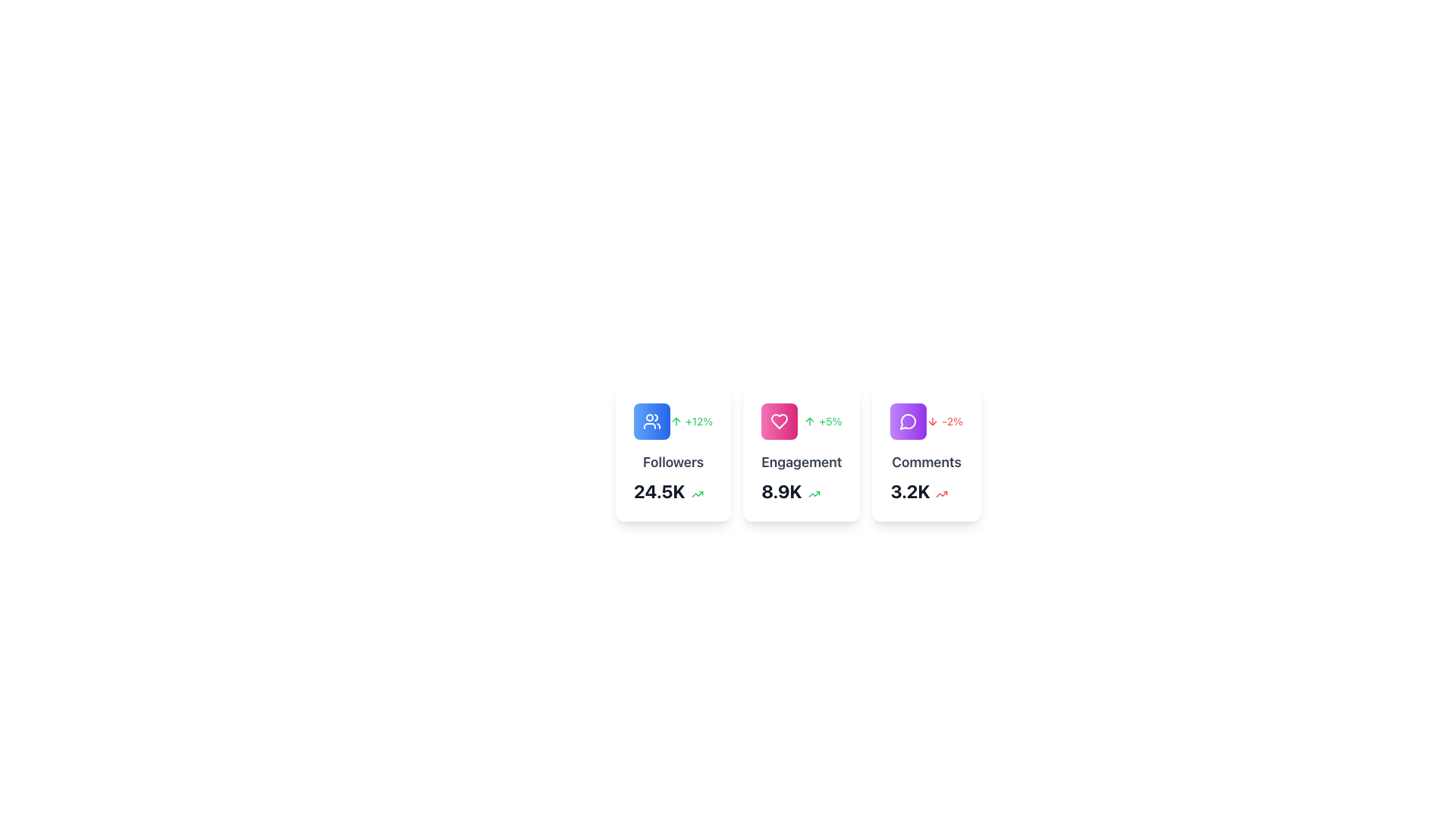  I want to click on and interpret the percentage value displayed in the 'Followers' card, which indicates a positive growth of 12%, so click(691, 421).